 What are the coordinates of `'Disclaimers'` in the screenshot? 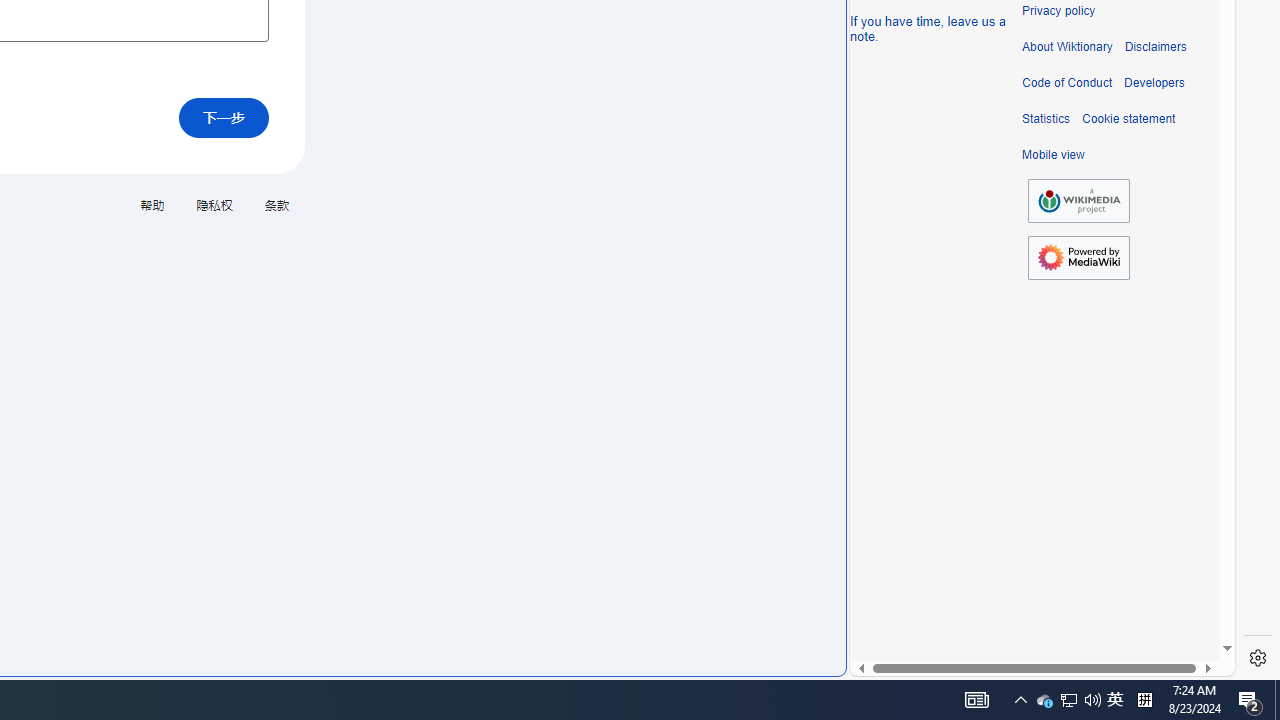 It's located at (1155, 46).